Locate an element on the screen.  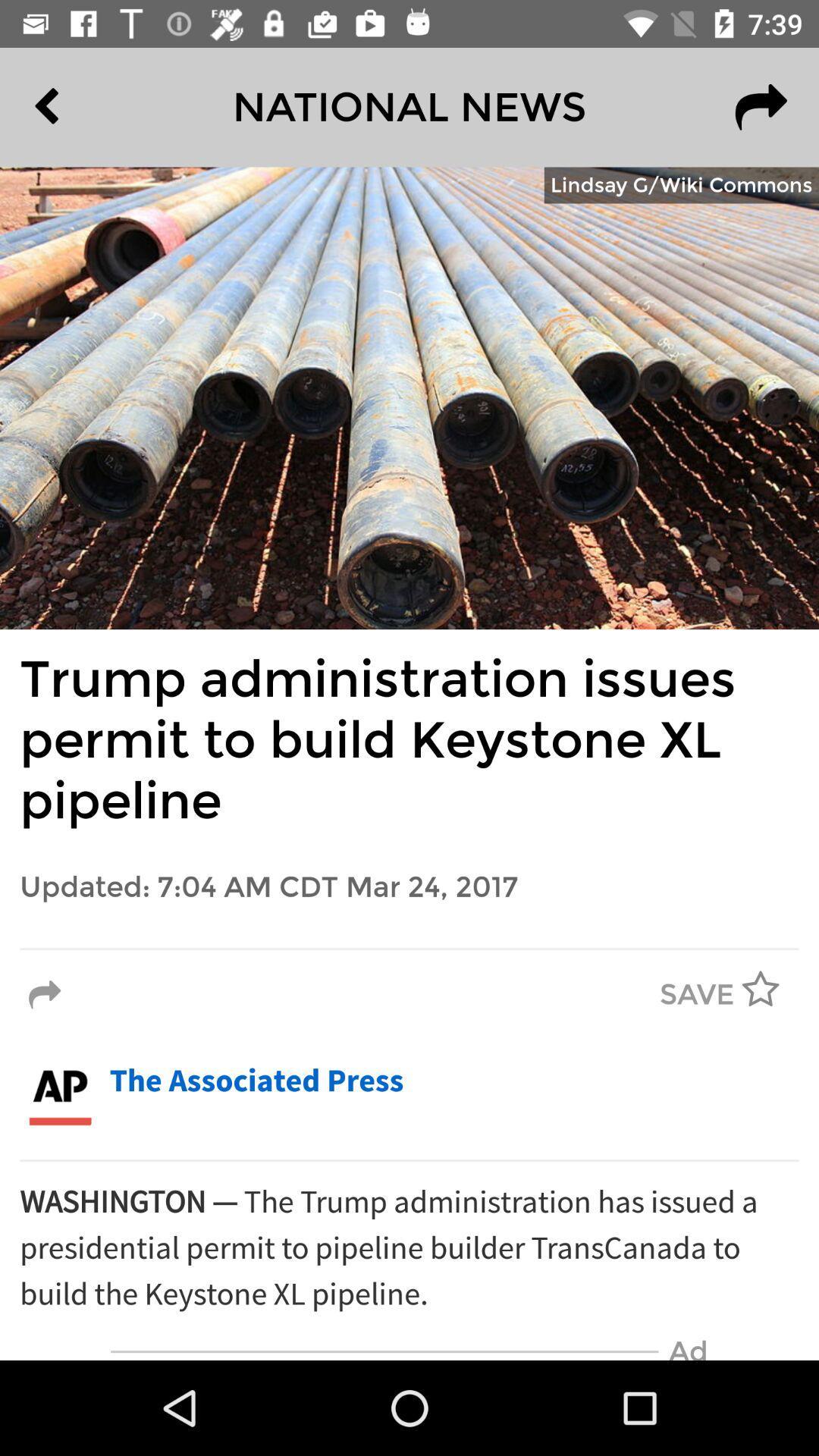
updated 7 04 item is located at coordinates (409, 887).